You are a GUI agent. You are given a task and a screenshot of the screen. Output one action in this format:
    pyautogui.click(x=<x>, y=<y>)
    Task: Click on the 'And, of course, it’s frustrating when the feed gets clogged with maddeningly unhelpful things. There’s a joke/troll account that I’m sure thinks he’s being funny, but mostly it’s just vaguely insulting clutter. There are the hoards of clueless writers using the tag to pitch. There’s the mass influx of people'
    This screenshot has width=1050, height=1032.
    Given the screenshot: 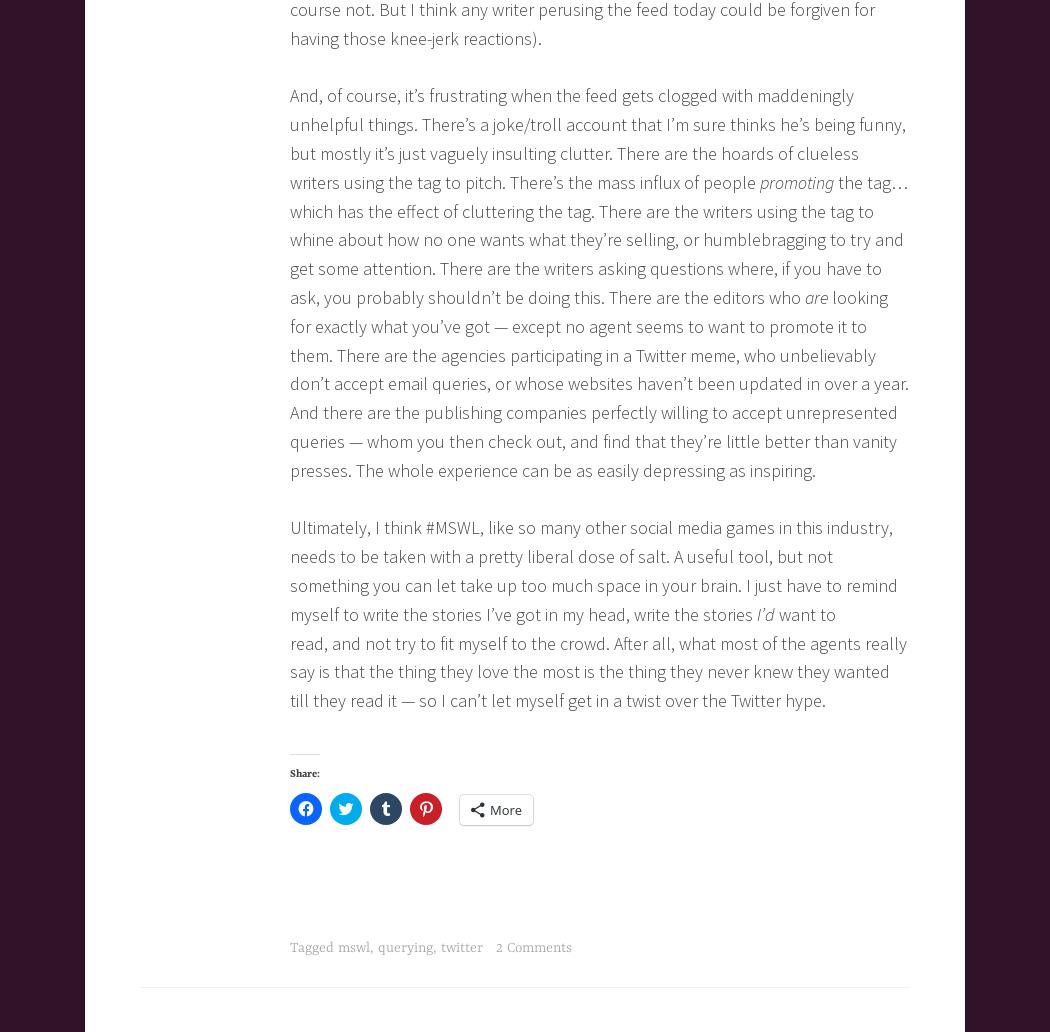 What is the action you would take?
    pyautogui.click(x=289, y=137)
    